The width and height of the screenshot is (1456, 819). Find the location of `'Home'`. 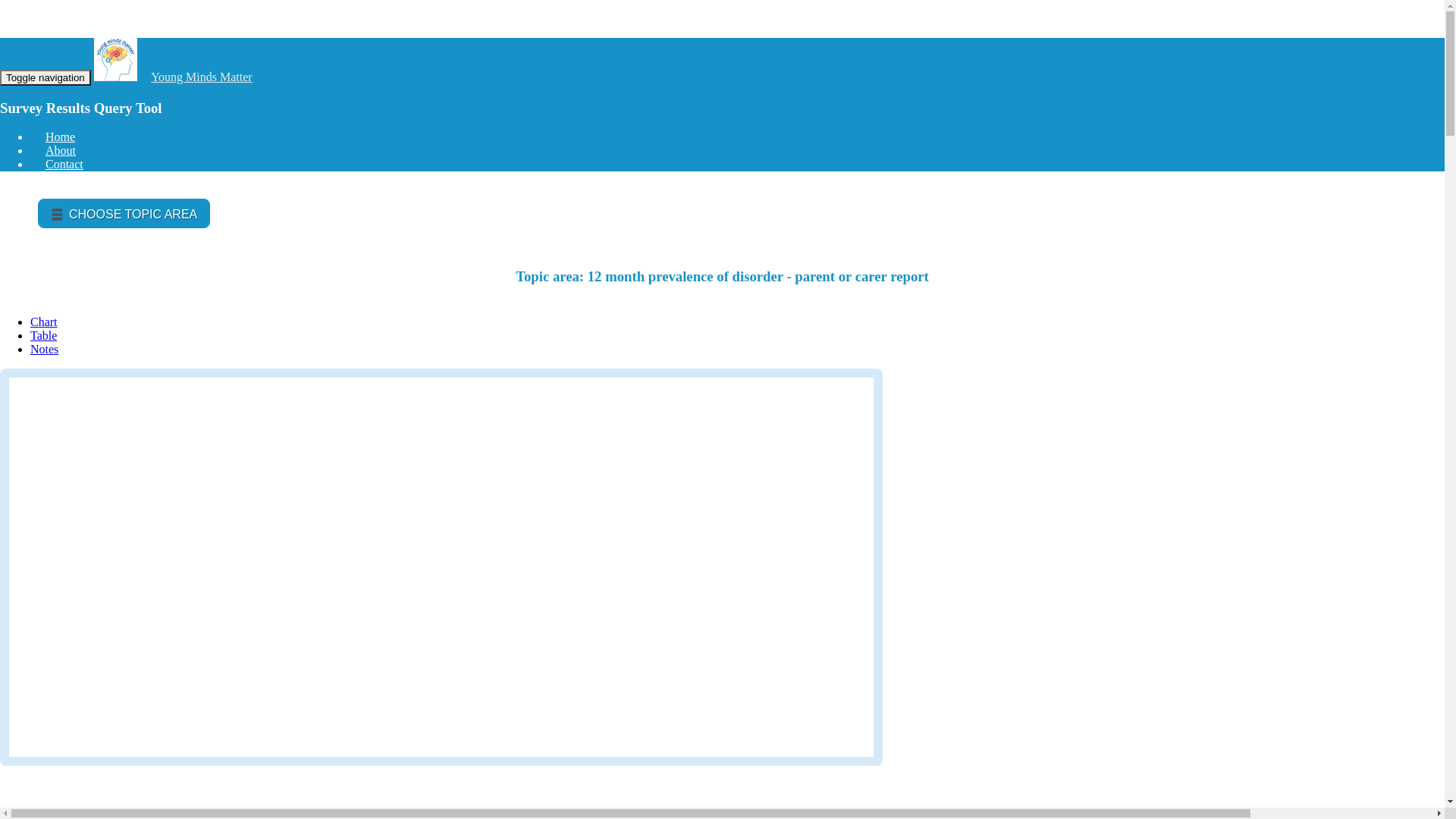

'Home' is located at coordinates (60, 136).